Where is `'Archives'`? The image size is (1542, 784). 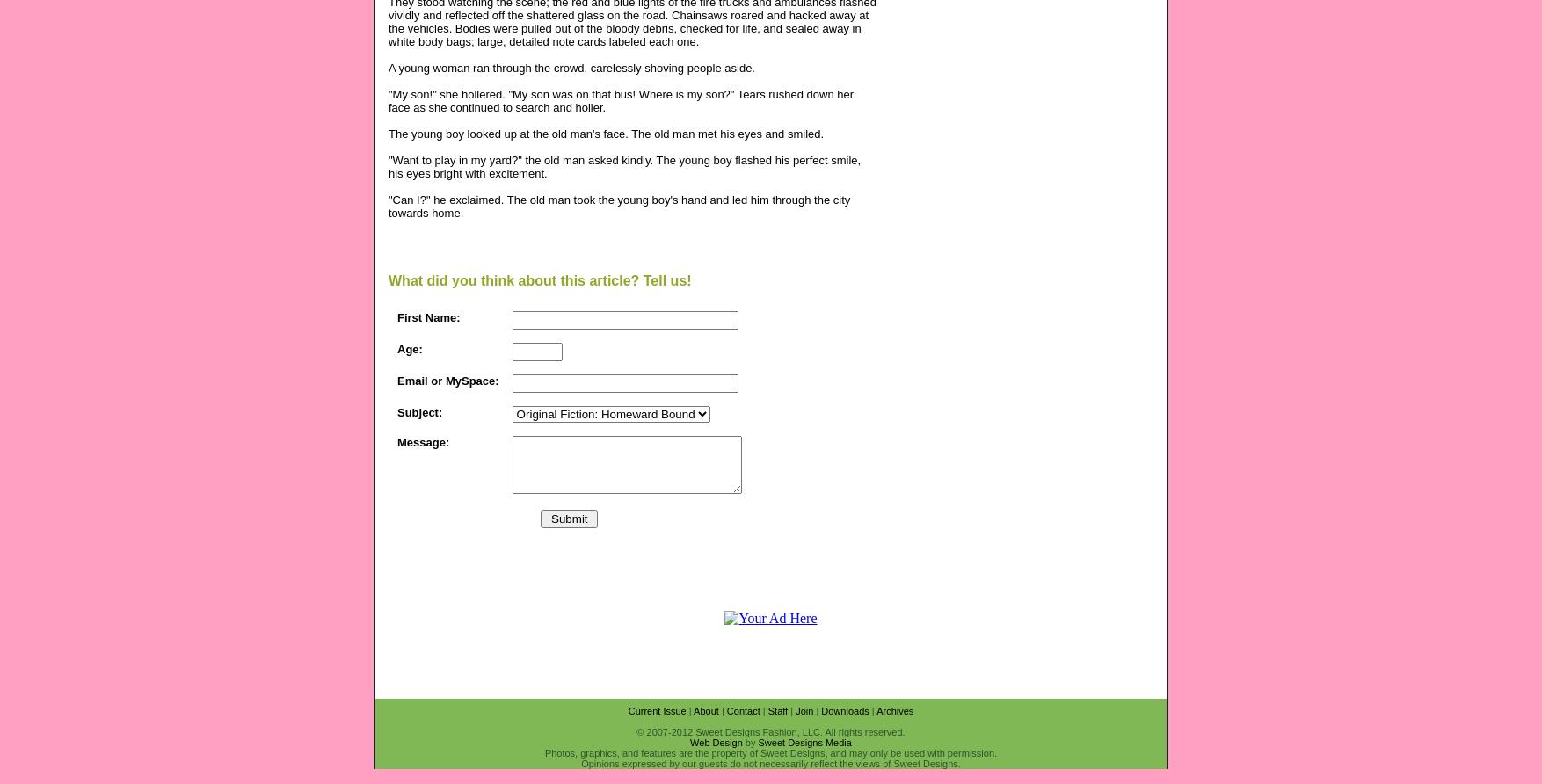 'Archives' is located at coordinates (894, 708).